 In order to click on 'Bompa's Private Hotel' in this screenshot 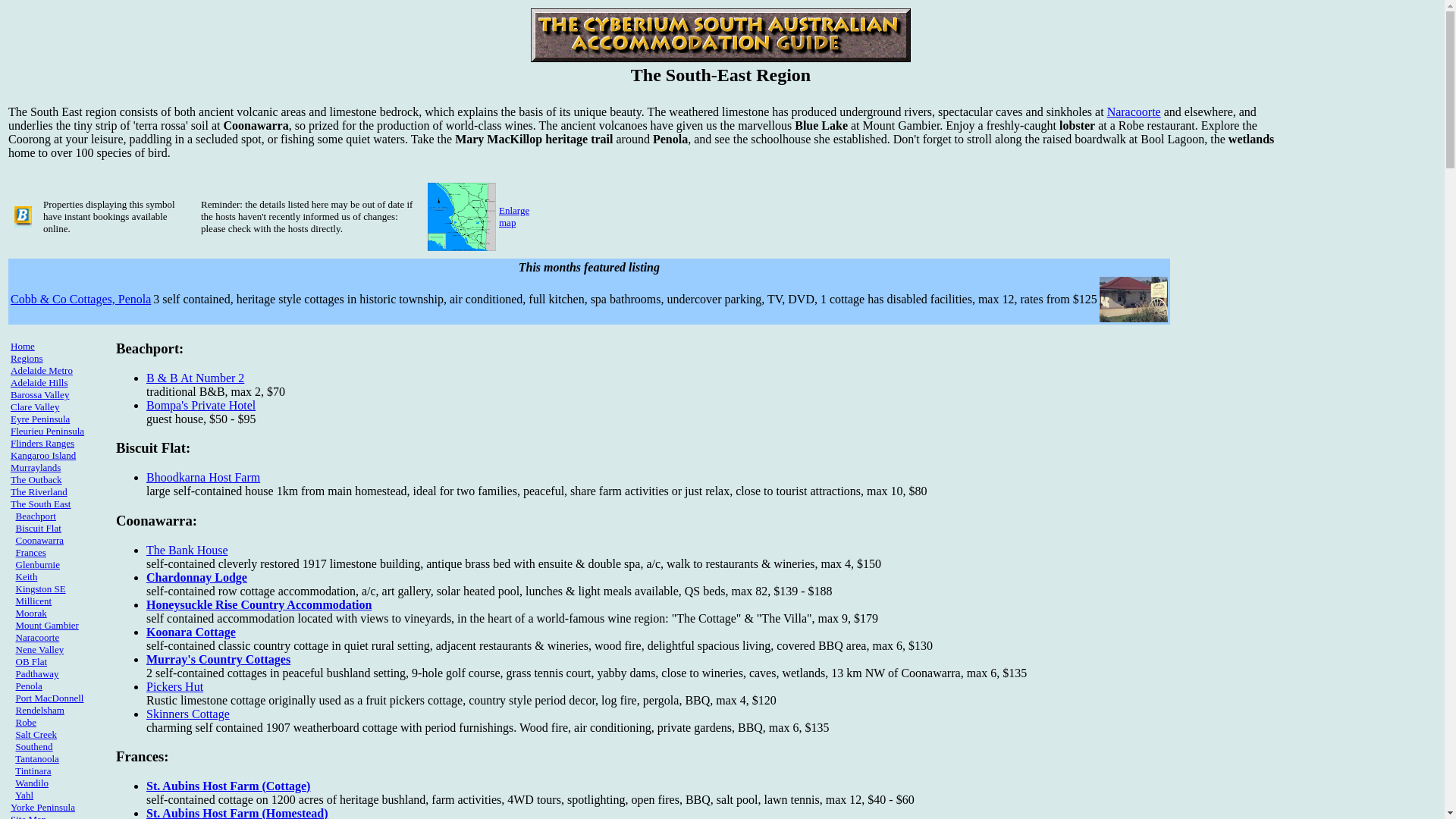, I will do `click(199, 404)`.